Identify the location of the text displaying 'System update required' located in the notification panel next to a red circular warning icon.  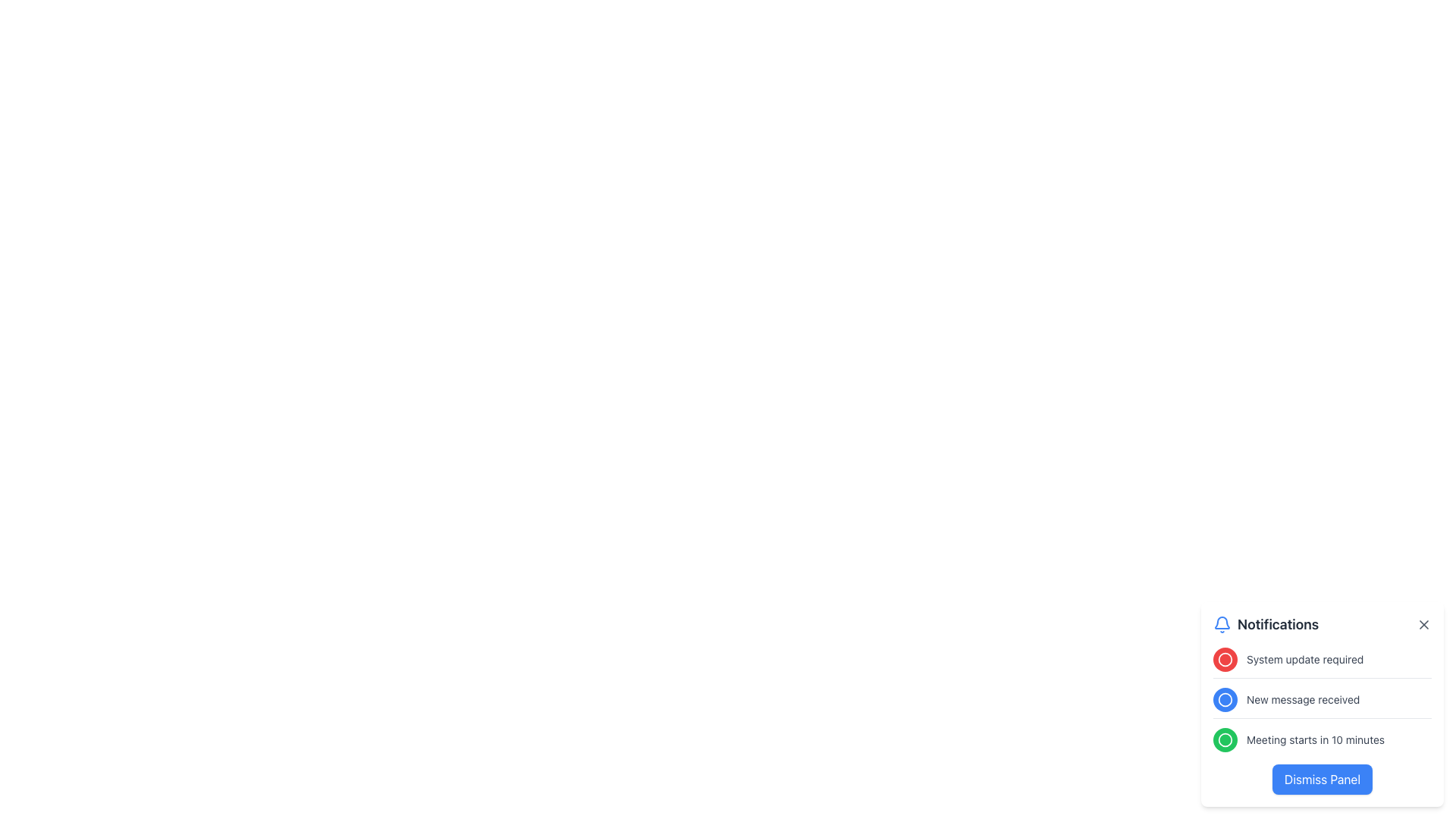
(1304, 659).